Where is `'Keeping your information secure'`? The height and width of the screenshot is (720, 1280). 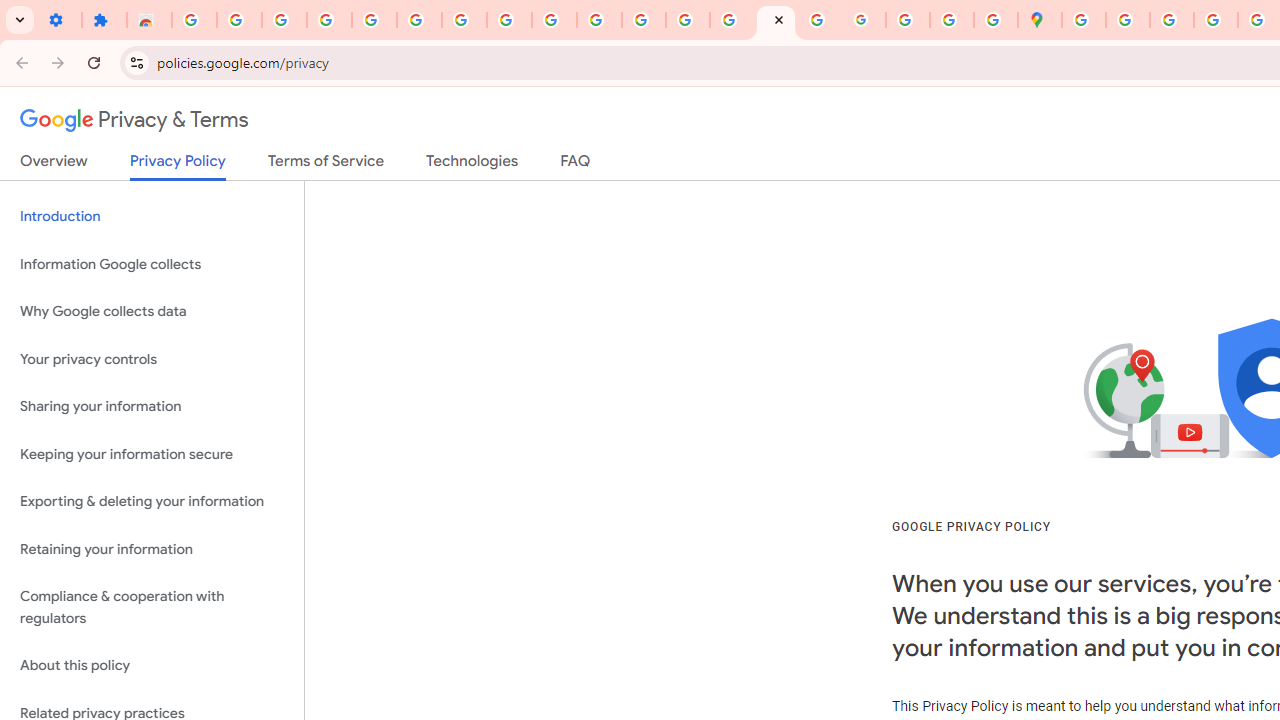
'Keeping your information secure' is located at coordinates (151, 454).